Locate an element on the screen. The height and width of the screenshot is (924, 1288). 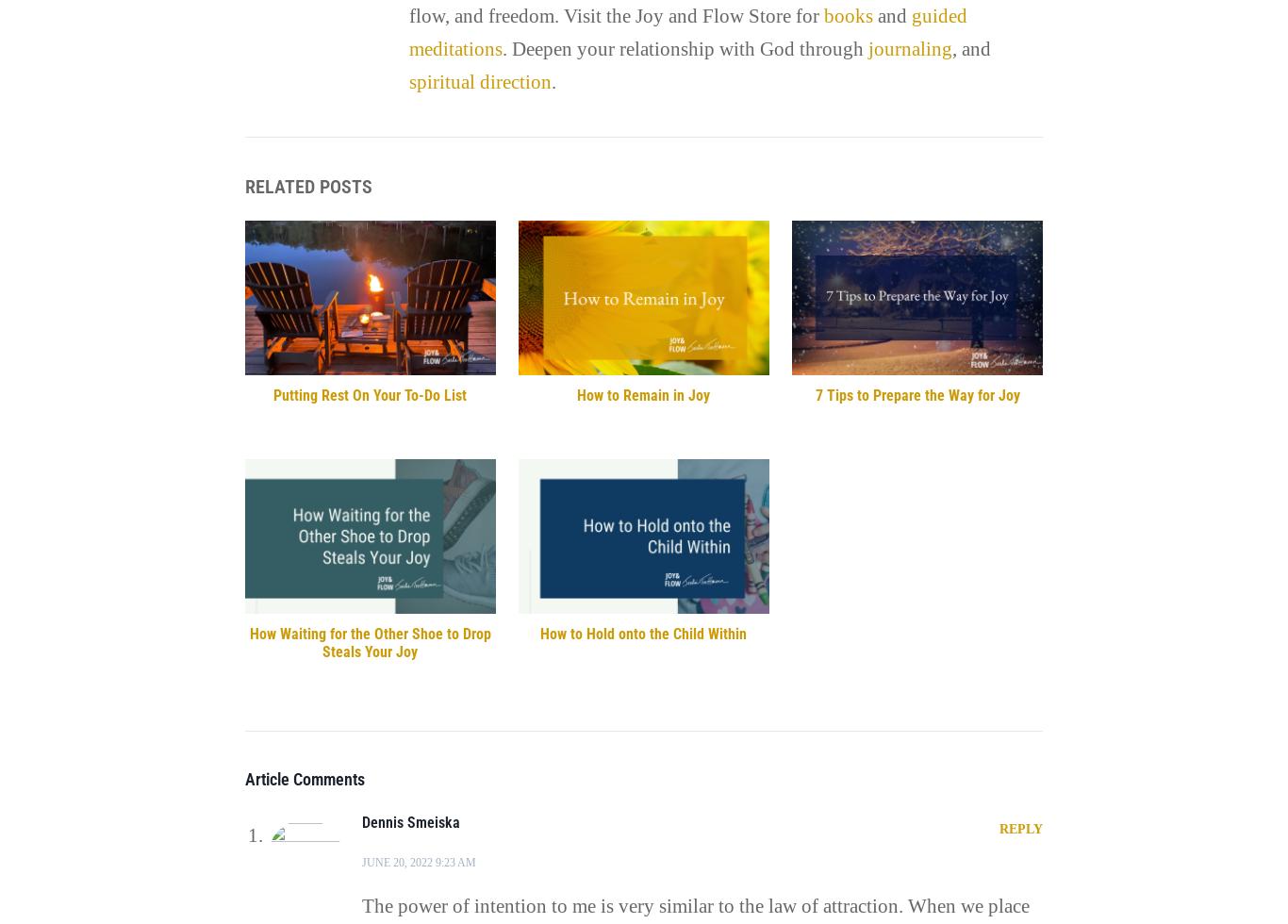
', and' is located at coordinates (969, 48).